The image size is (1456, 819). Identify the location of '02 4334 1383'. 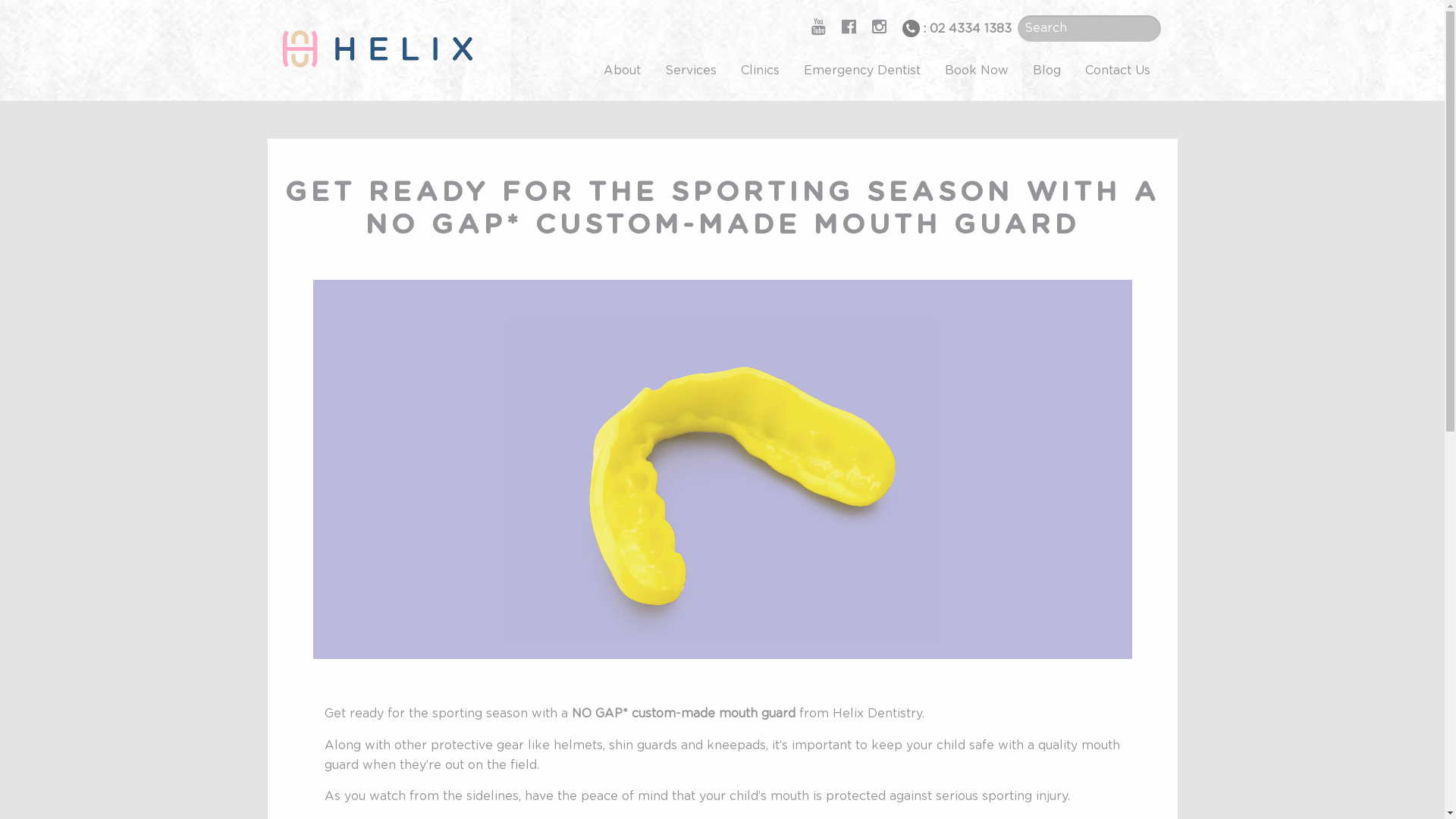
(971, 29).